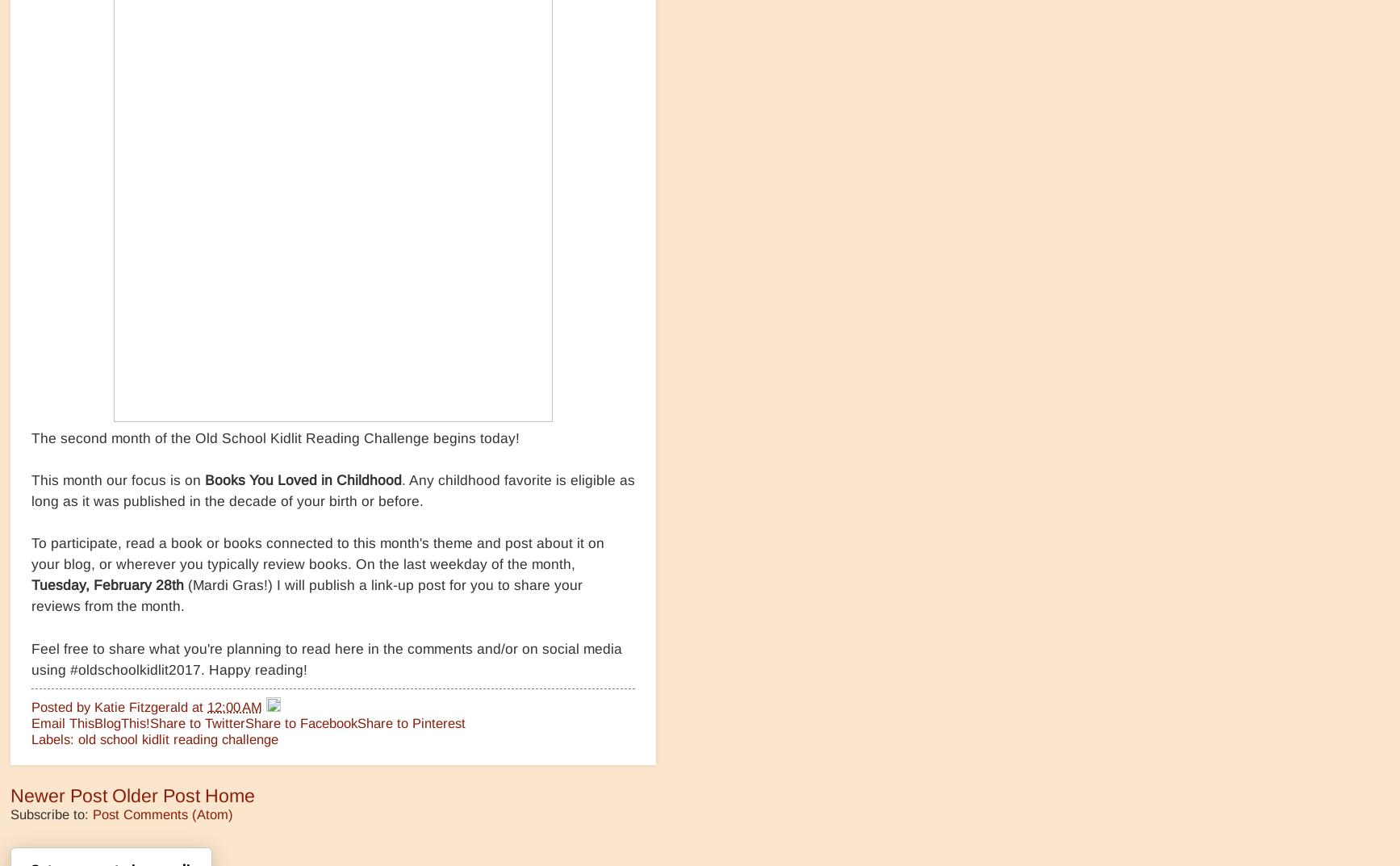  I want to click on 'Feel free to share what you're planning to read here in the comments and/or on social media using #oldschoolkidlit2017. Happy reading!', so click(326, 659).